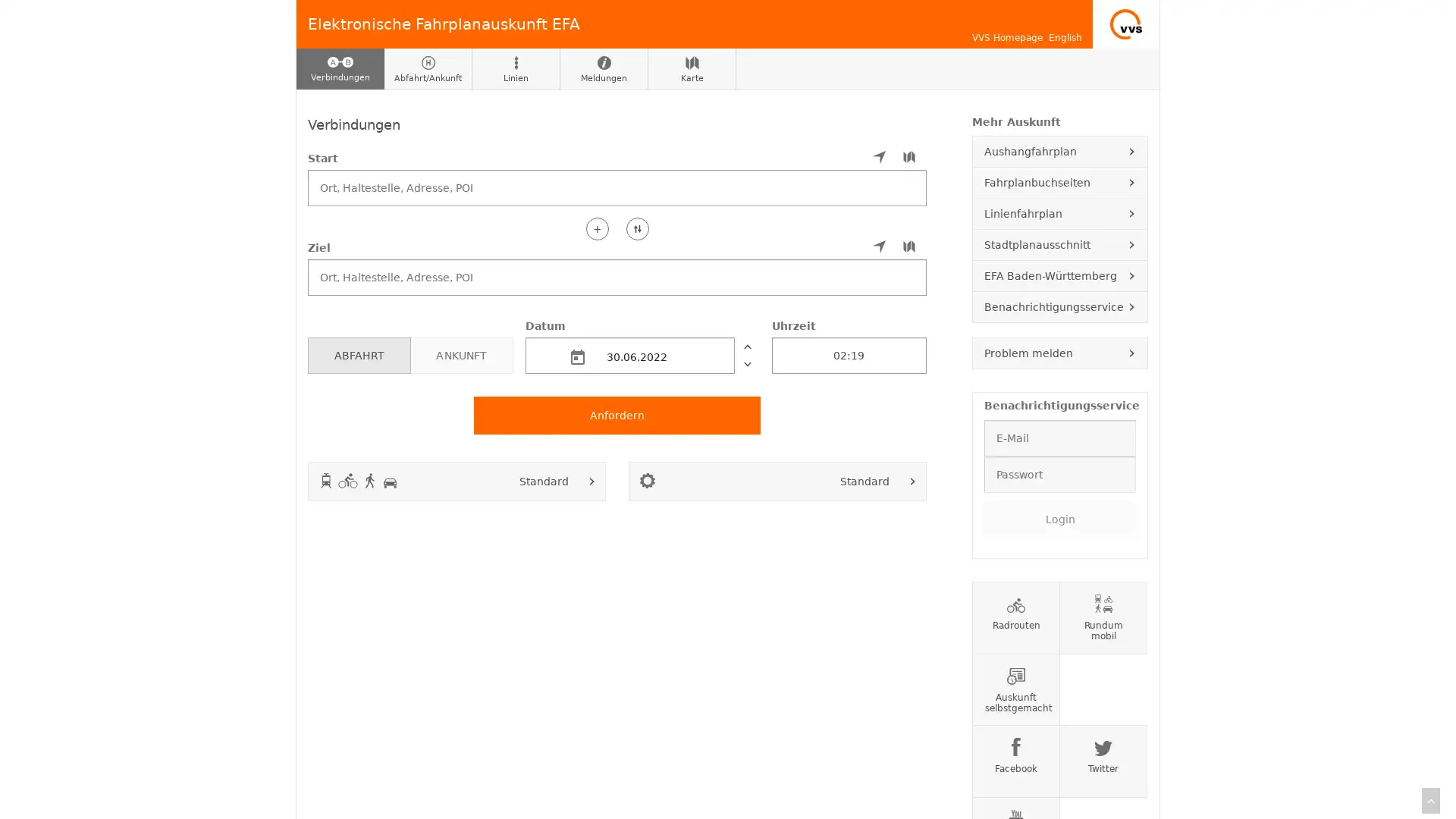 This screenshot has width=1456, height=819. Describe the element at coordinates (358, 354) in the screenshot. I see `ABFAHRT` at that location.